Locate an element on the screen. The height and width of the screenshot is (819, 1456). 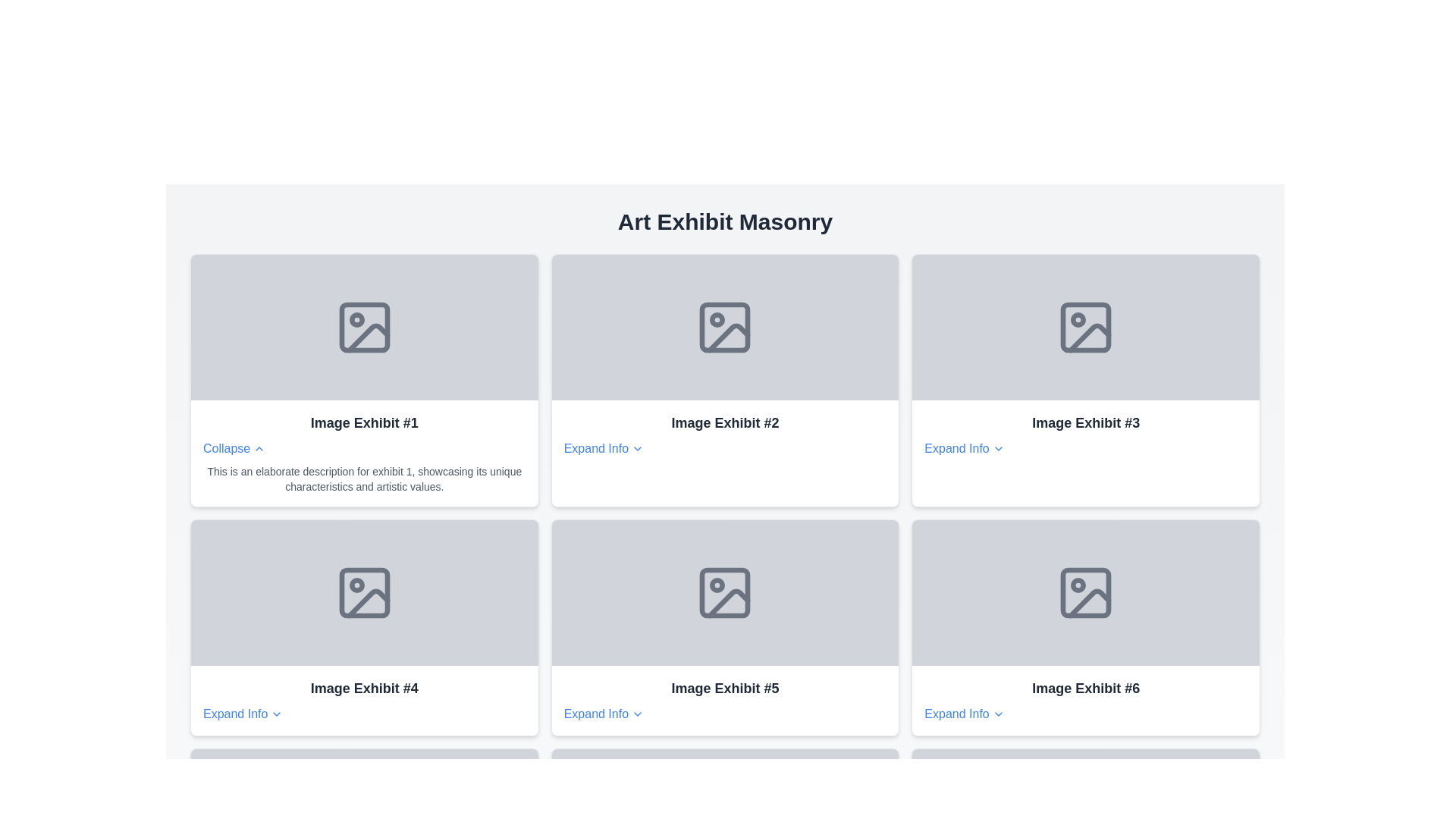
the graphical rectangle with rounded corners that is part of the central image icon in 'Image Exhibit #1', positioned in the top-left of the grid layout is located at coordinates (364, 327).